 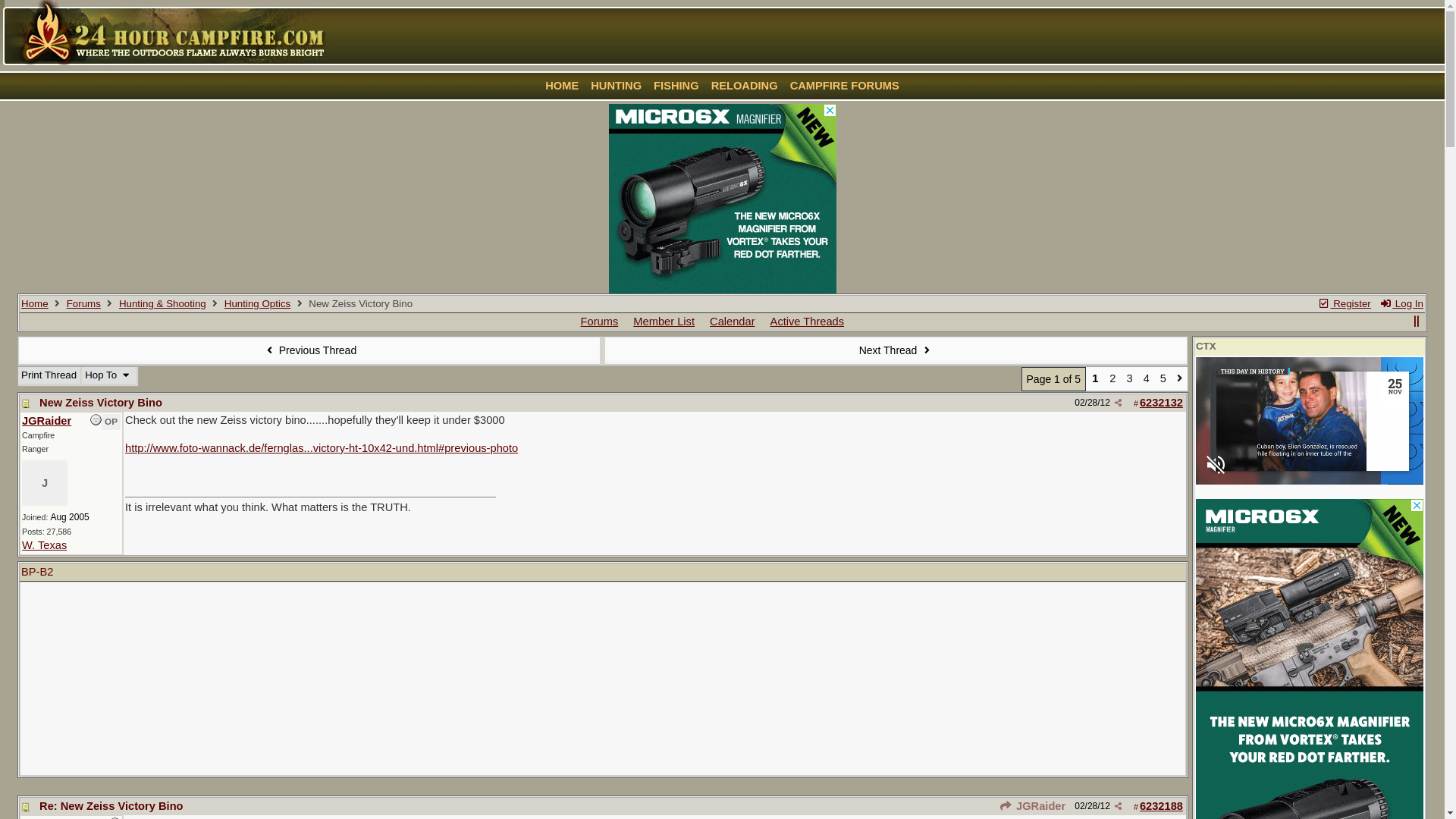 What do you see at coordinates (1118, 805) in the screenshot?
I see `'Share Post'` at bounding box center [1118, 805].